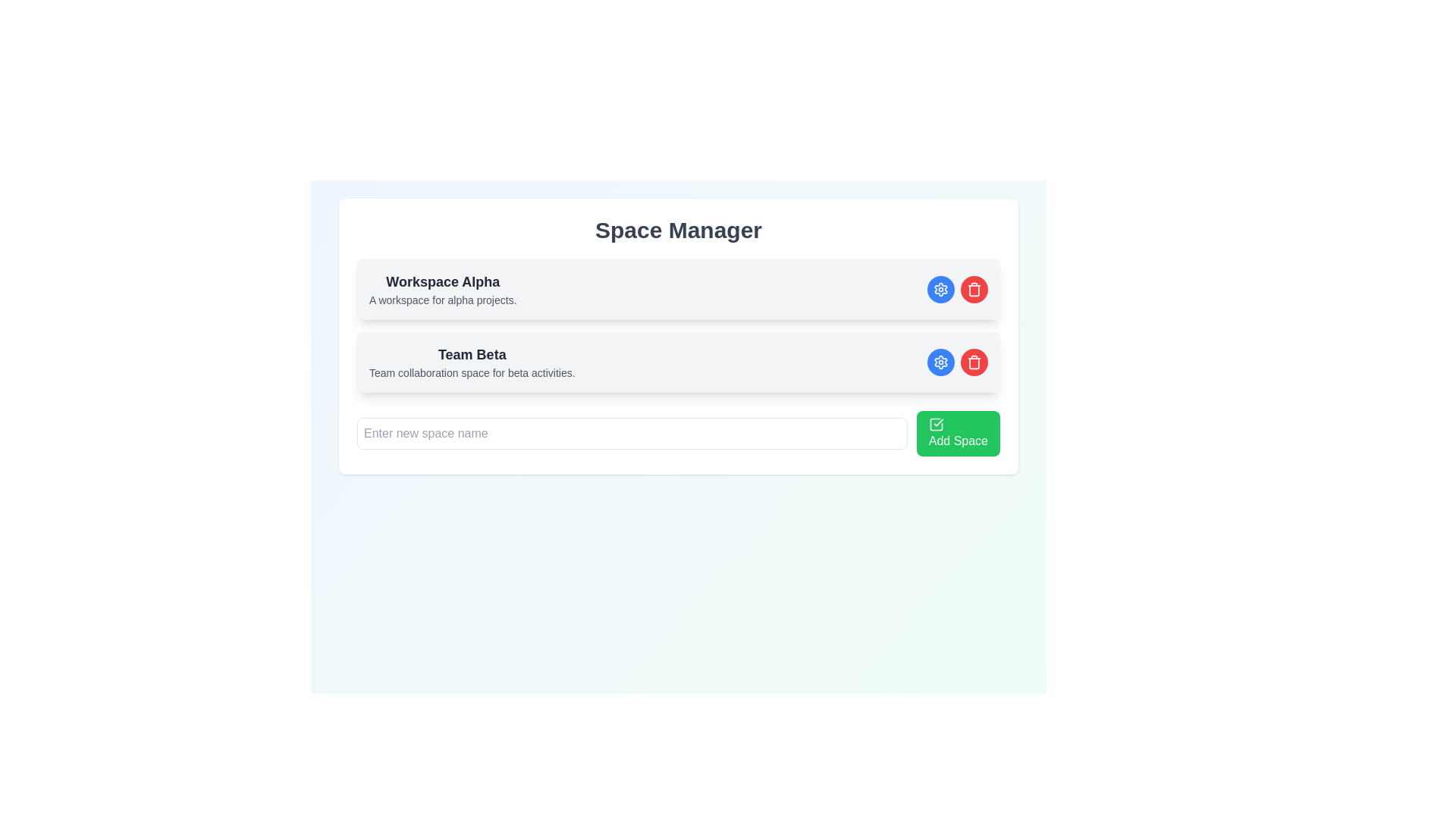 Image resolution: width=1456 pixels, height=819 pixels. Describe the element at coordinates (974, 289) in the screenshot. I see `the delete button located to the far right of the horizontal group containing two buttons, specifically the second button after the blue settings button, in the 'Workspace Alpha' row` at that location.